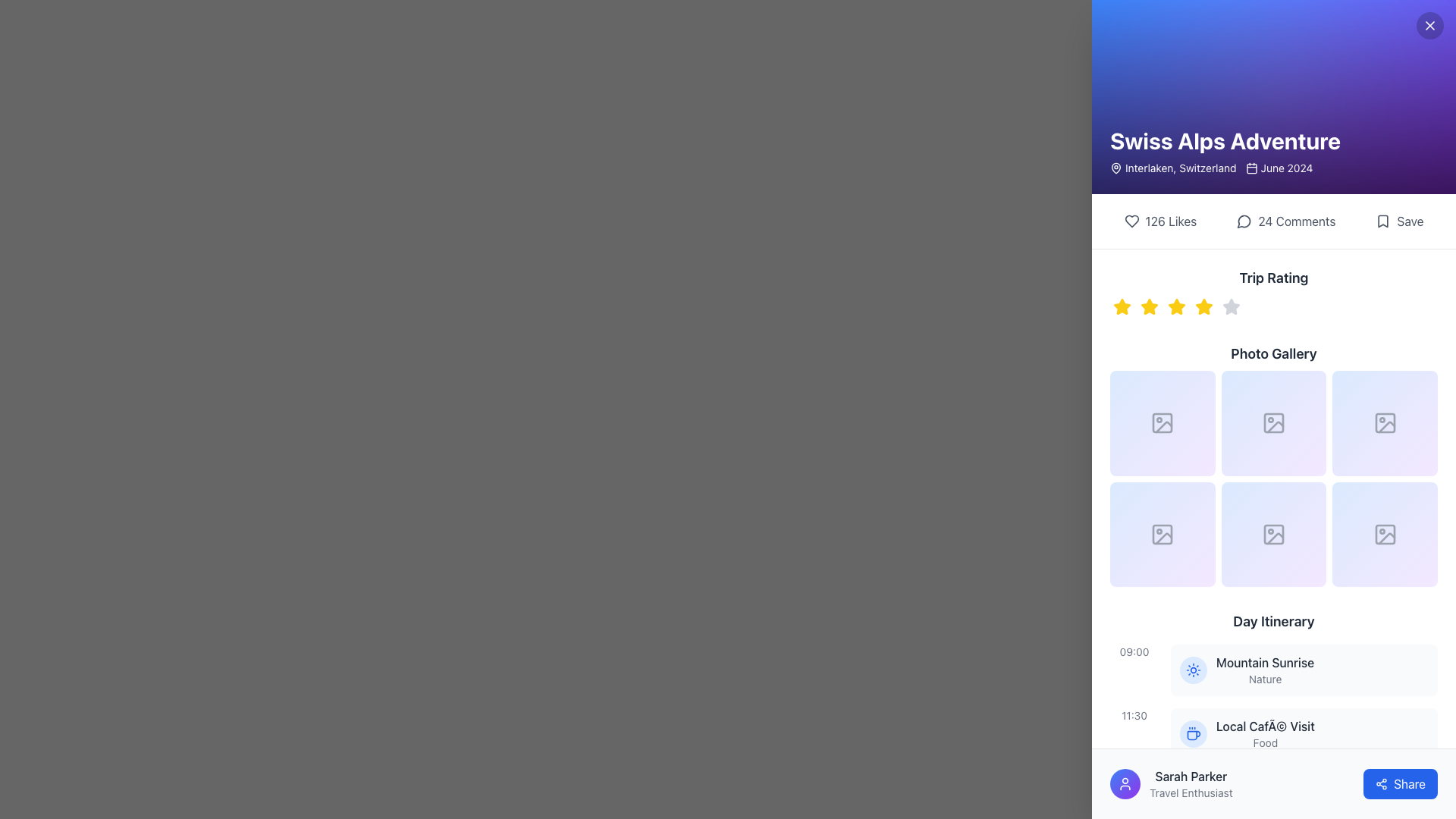 The width and height of the screenshot is (1456, 819). Describe the element at coordinates (1265, 670) in the screenshot. I see `the text label element labeled 'Mountain Sunrise' with a subtext of 'Nature' located in the first row of the 'Day Itinerary' section` at that location.